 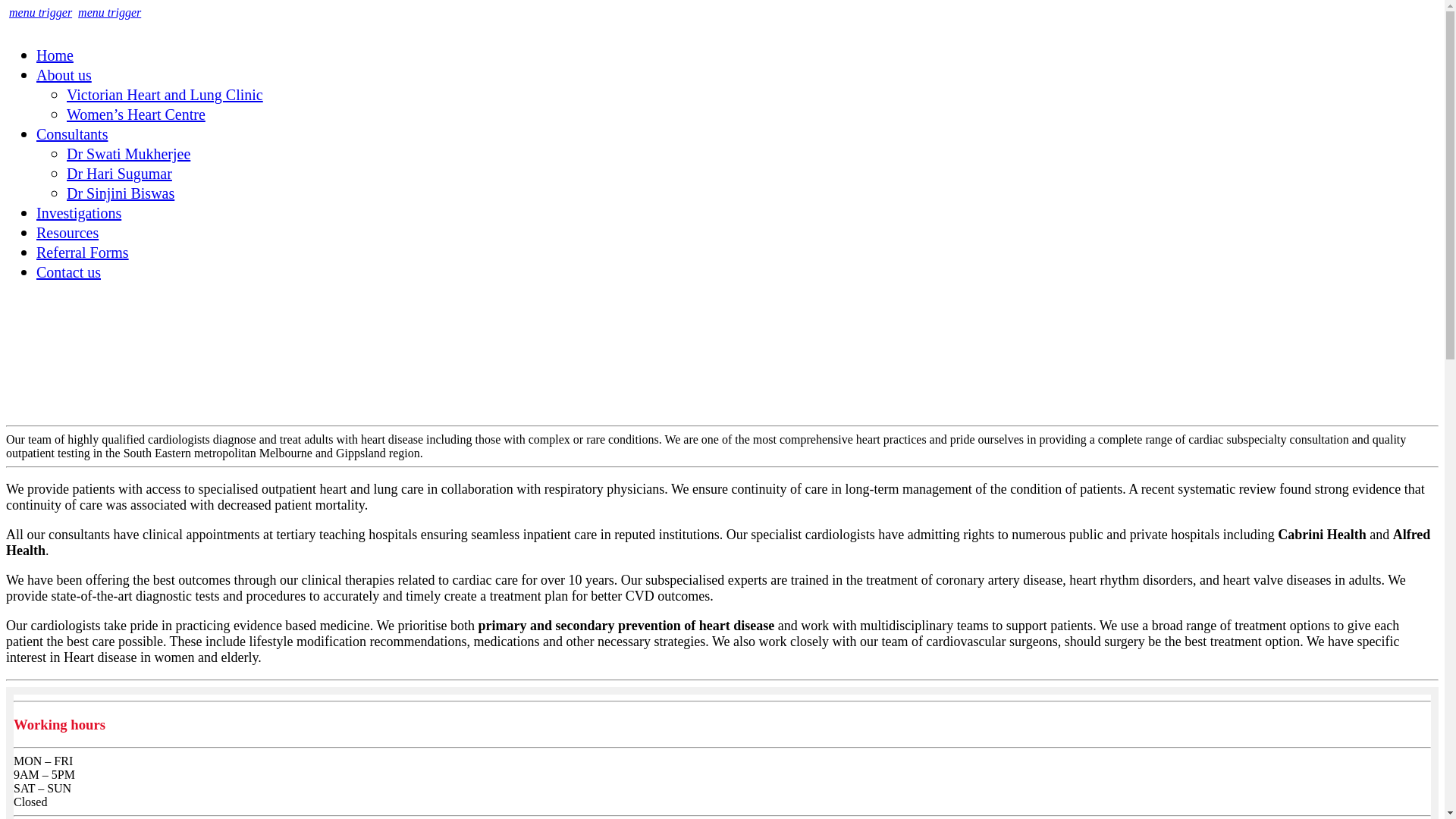 What do you see at coordinates (67, 233) in the screenshot?
I see `'Resources'` at bounding box center [67, 233].